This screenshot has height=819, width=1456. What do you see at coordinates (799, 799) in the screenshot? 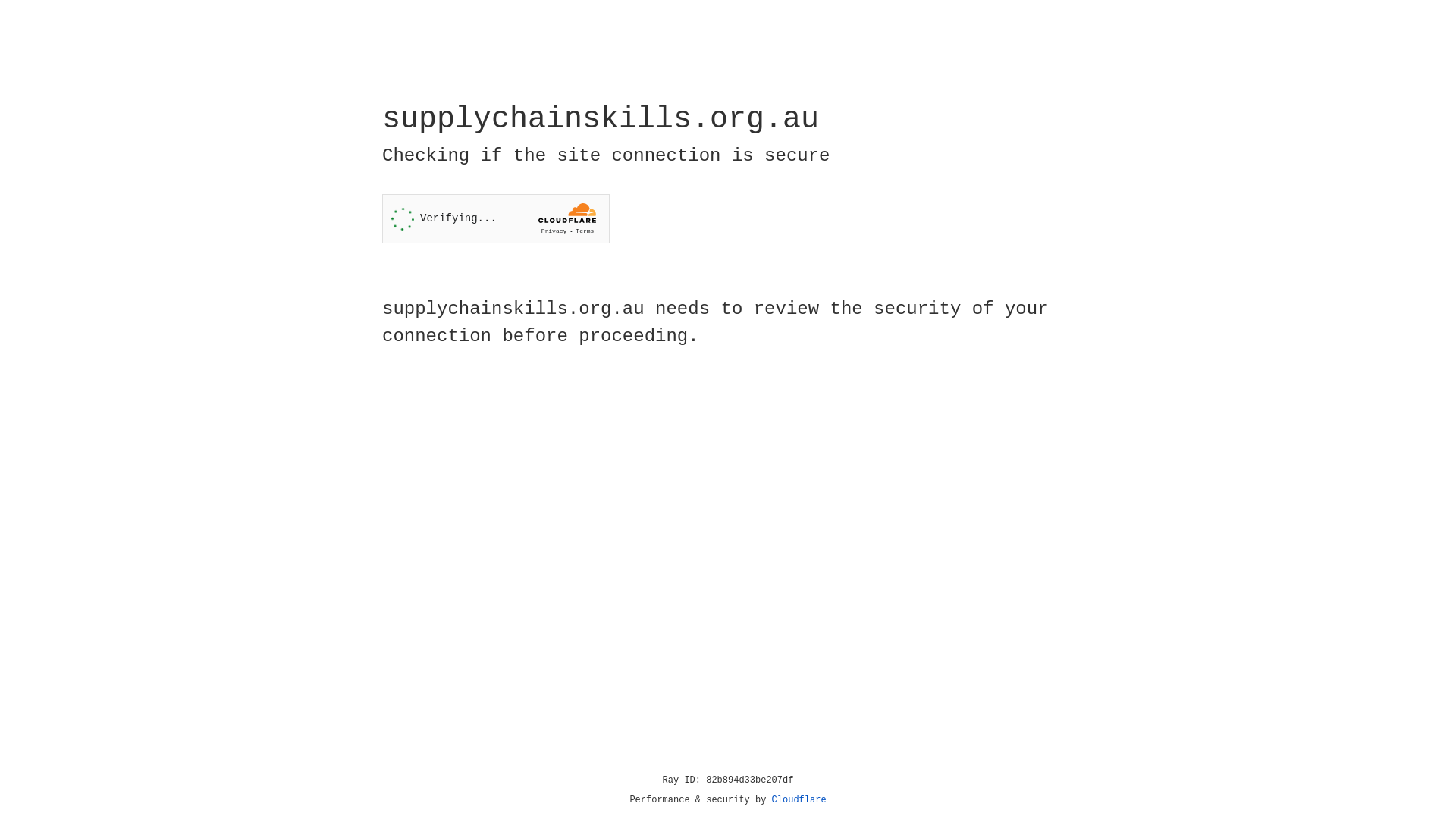
I see `'Cloudflare'` at bounding box center [799, 799].